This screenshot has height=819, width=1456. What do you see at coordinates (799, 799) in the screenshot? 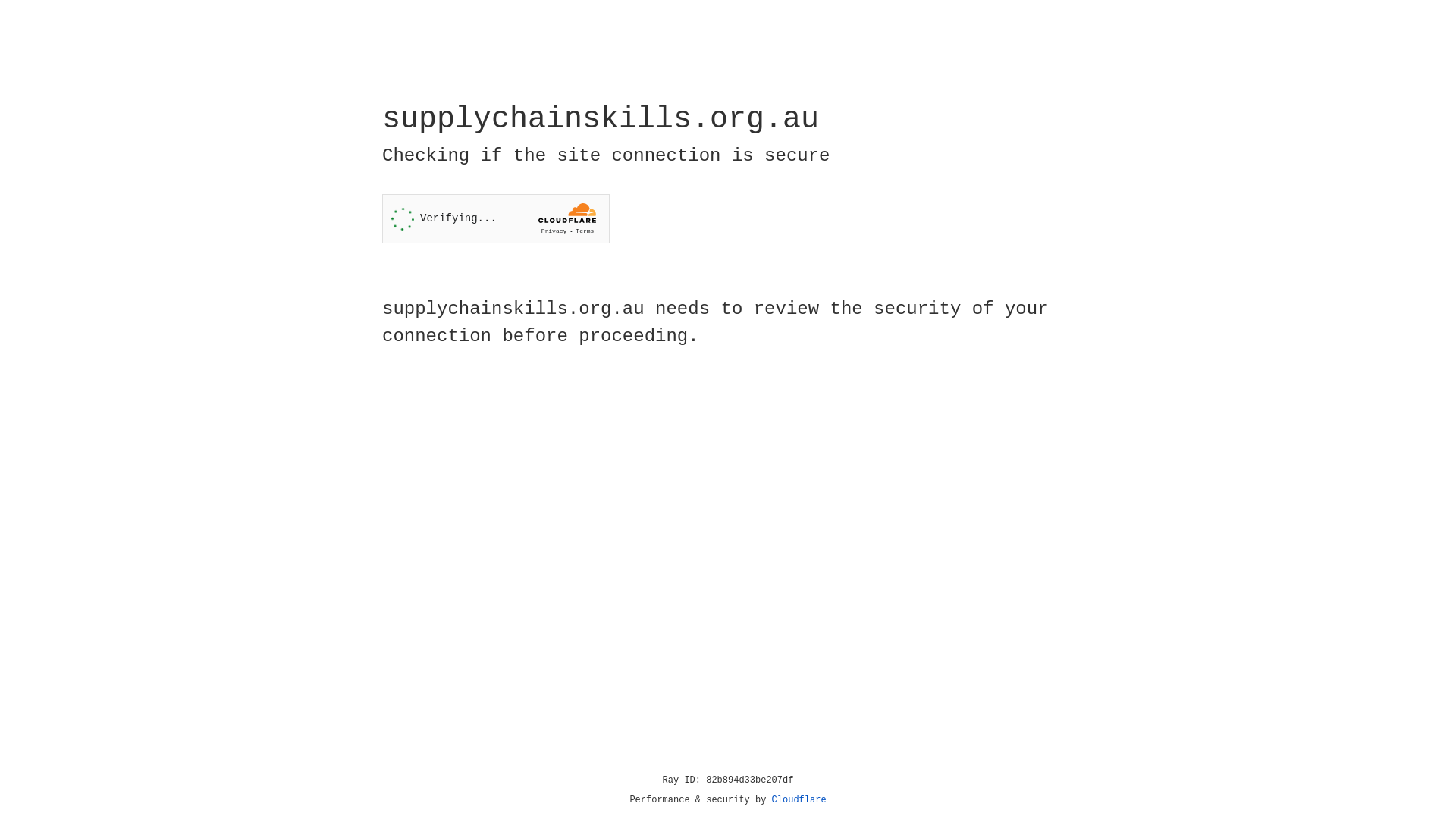
I see `'Cloudflare'` at bounding box center [799, 799].